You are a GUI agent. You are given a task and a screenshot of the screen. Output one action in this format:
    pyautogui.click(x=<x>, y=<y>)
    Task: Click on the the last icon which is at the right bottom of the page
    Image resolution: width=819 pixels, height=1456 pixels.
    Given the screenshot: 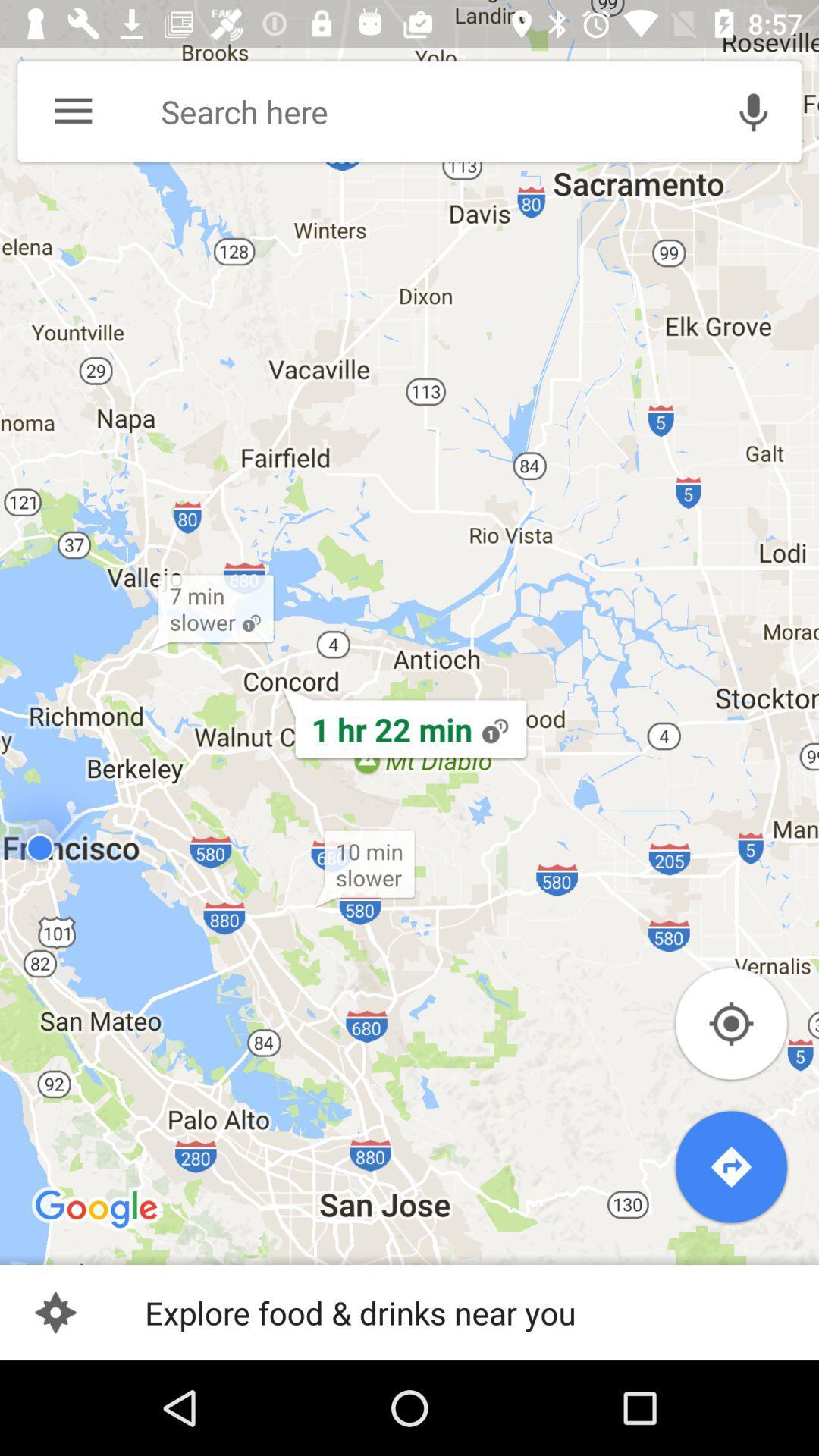 What is the action you would take?
    pyautogui.click(x=730, y=1166)
    